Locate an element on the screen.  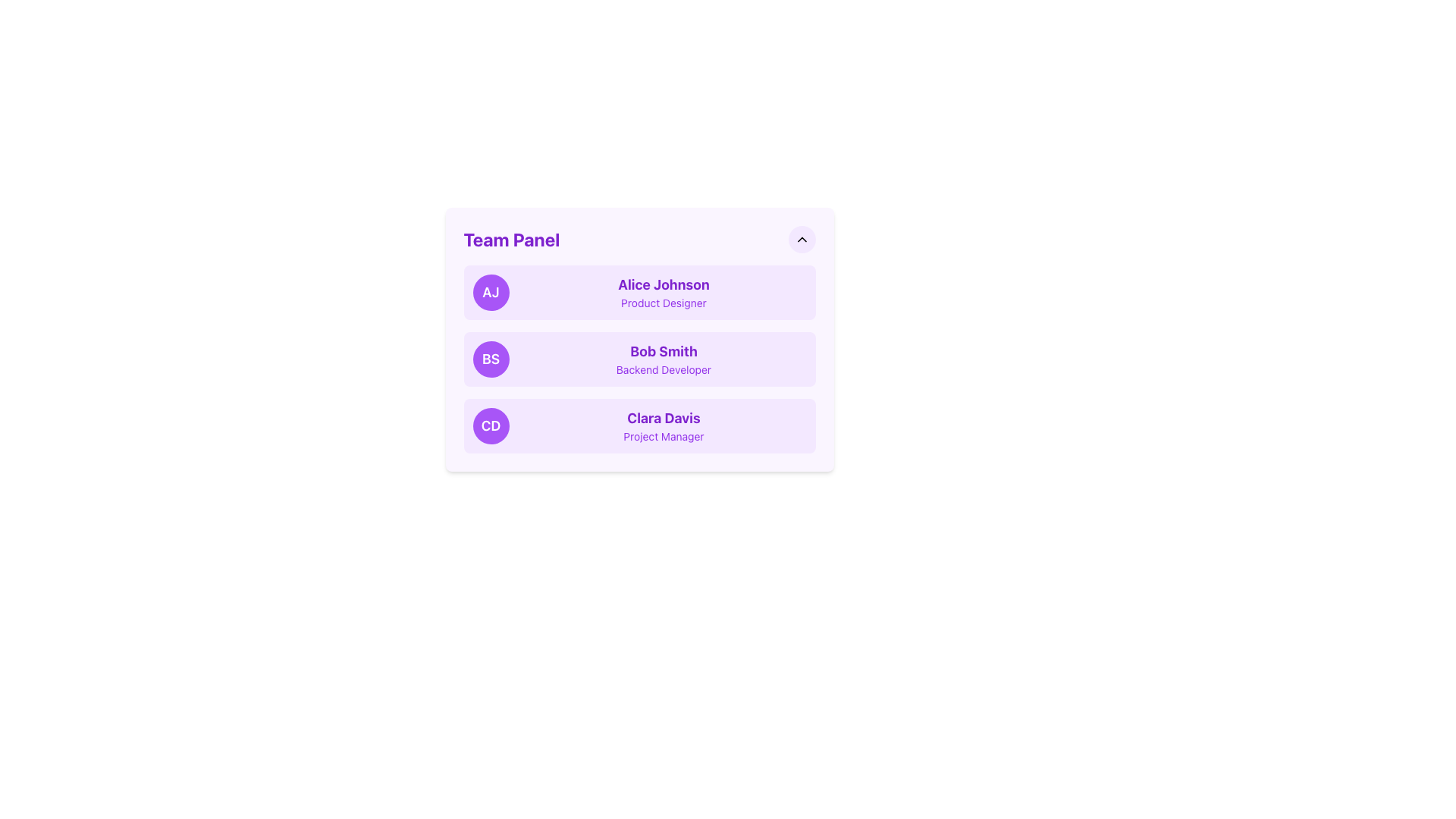
the circular button with a black upward arrow icon located in the top-right corner of the 'Team Panel' is located at coordinates (801, 239).